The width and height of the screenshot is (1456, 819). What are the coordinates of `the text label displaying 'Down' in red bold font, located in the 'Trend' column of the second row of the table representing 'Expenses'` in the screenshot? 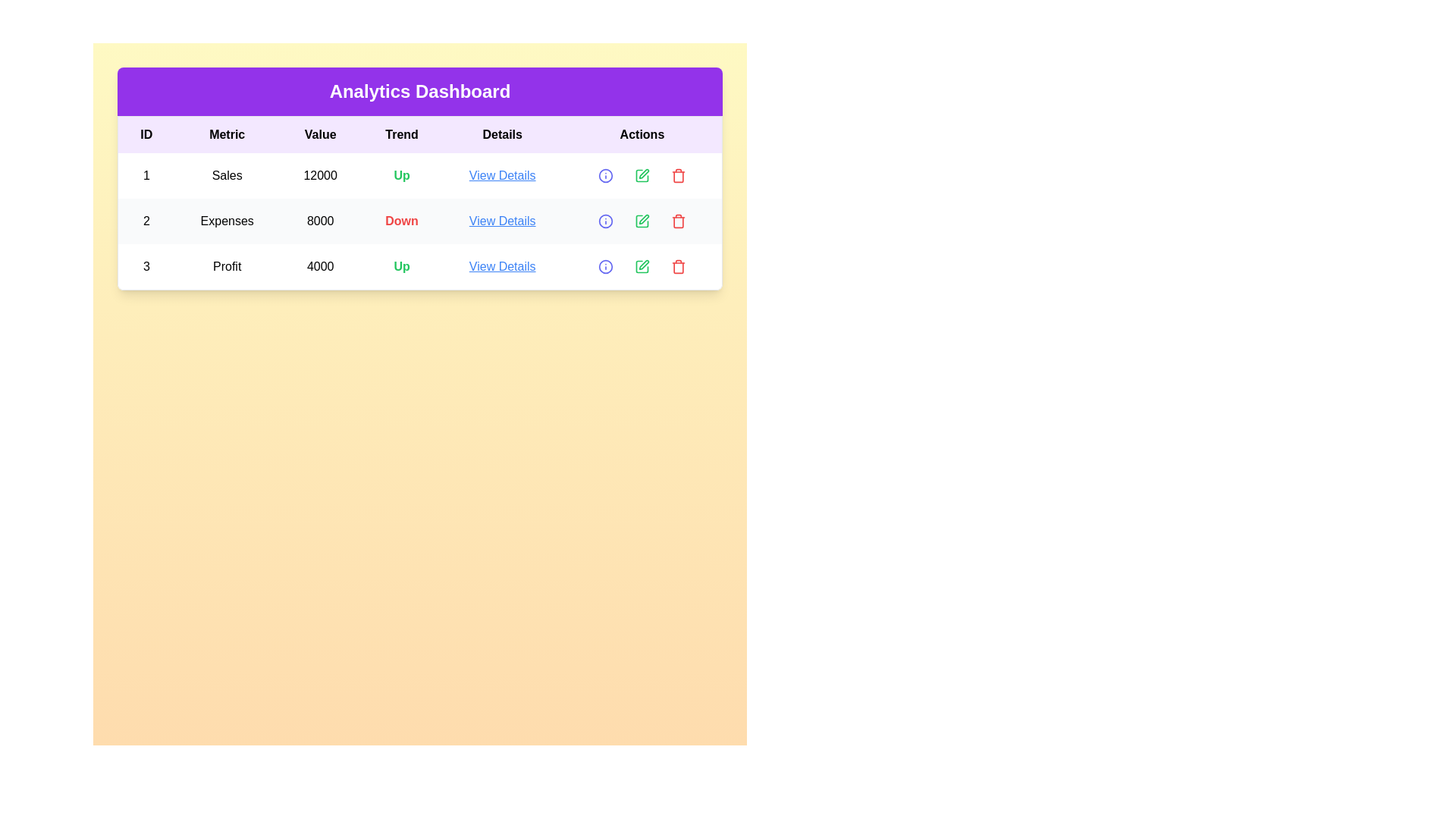 It's located at (402, 221).